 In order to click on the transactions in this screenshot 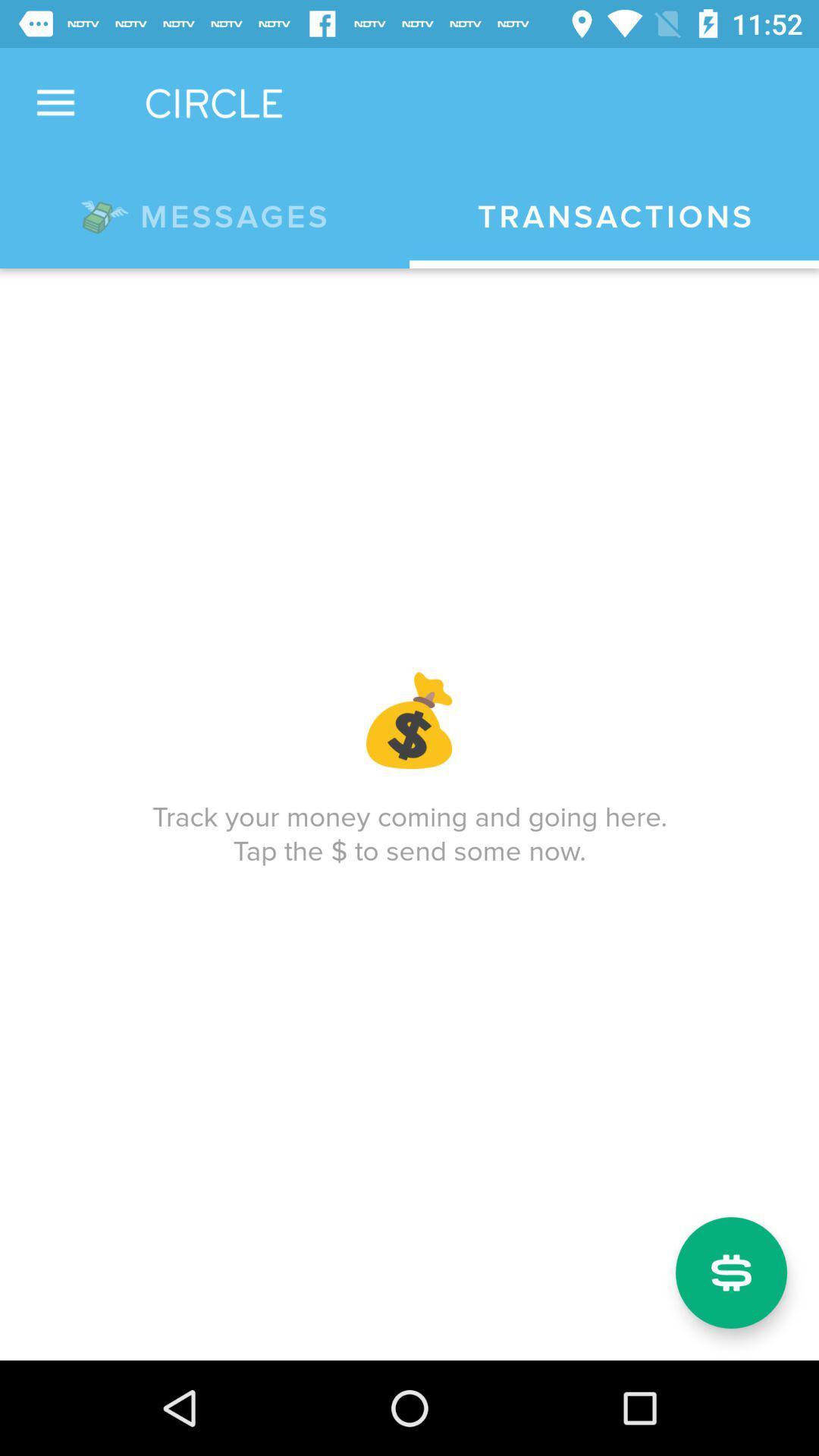, I will do `click(614, 216)`.